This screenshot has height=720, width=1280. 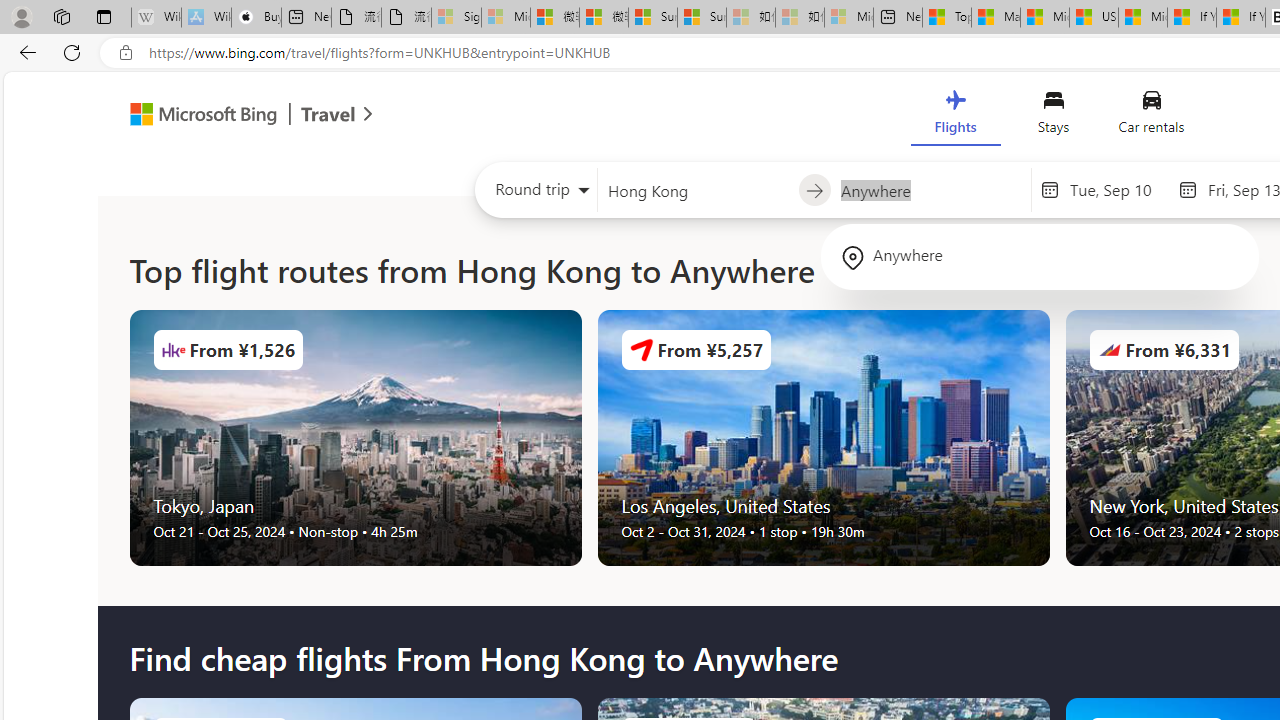 I want to click on 'Start Date', so click(x=1117, y=189).